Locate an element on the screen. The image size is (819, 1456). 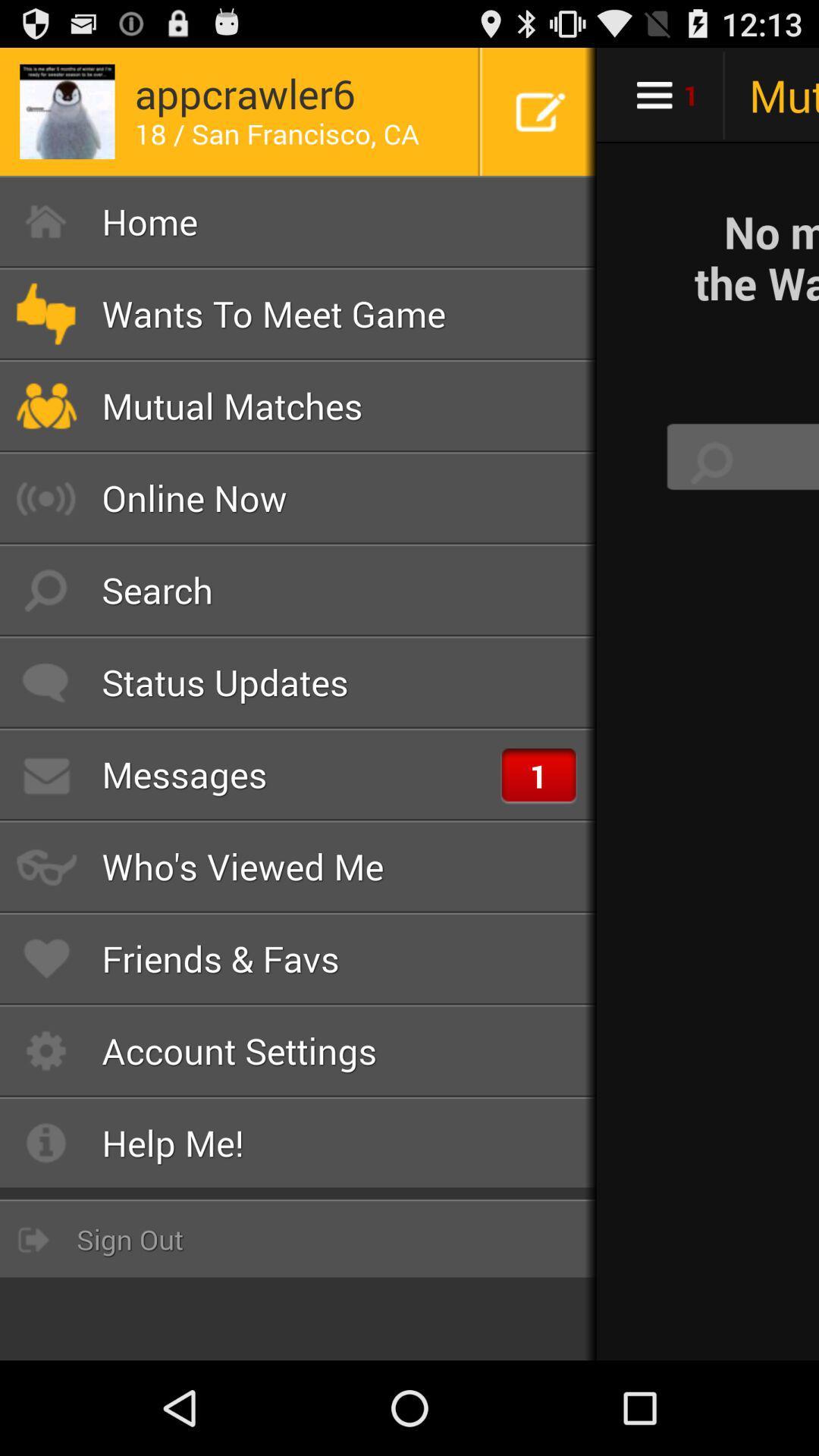
search button is located at coordinates (711, 462).